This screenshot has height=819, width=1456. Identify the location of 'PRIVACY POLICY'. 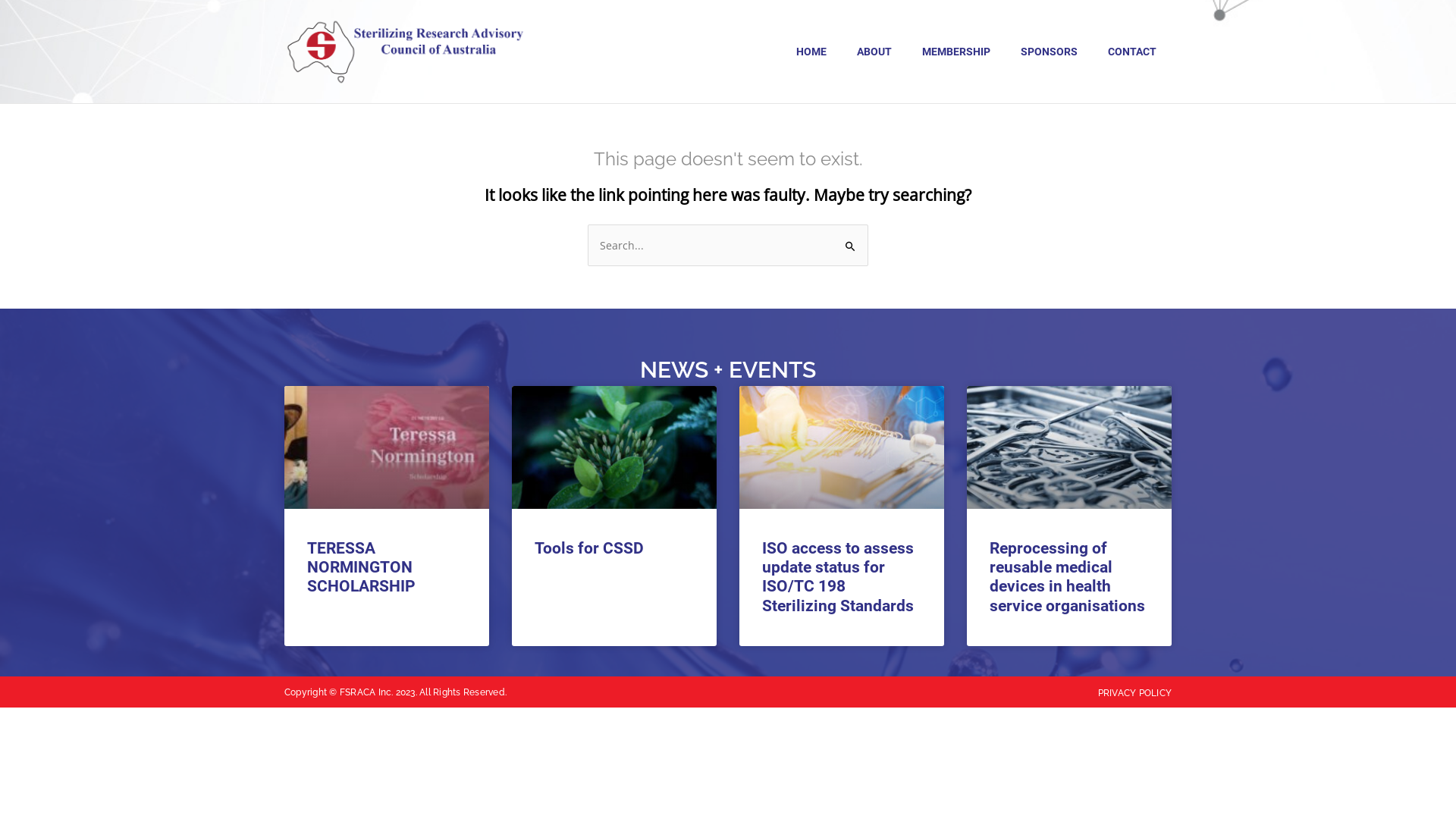
(1098, 693).